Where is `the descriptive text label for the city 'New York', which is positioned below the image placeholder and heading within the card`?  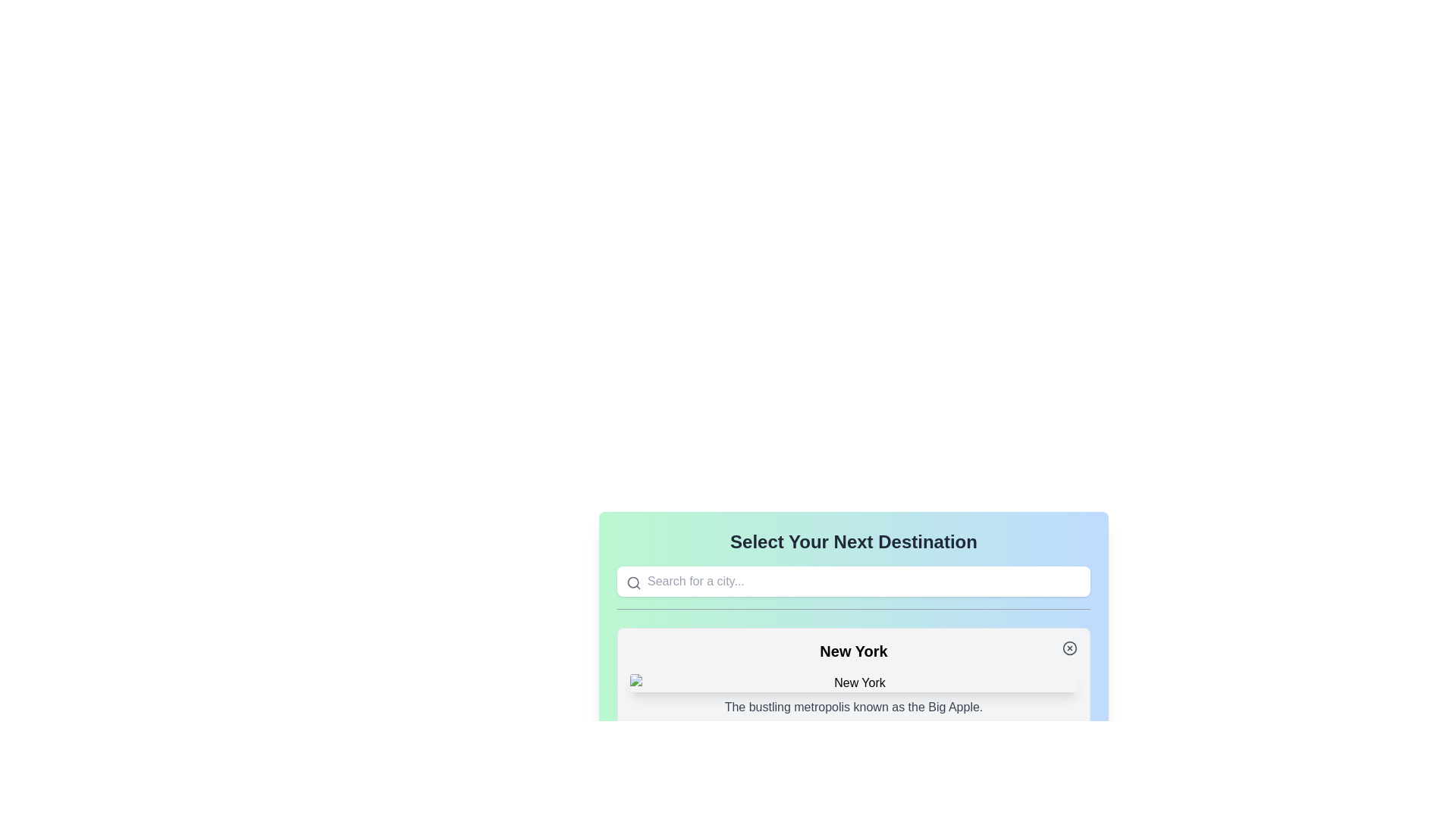
the descriptive text label for the city 'New York', which is positioned below the image placeholder and heading within the card is located at coordinates (854, 708).